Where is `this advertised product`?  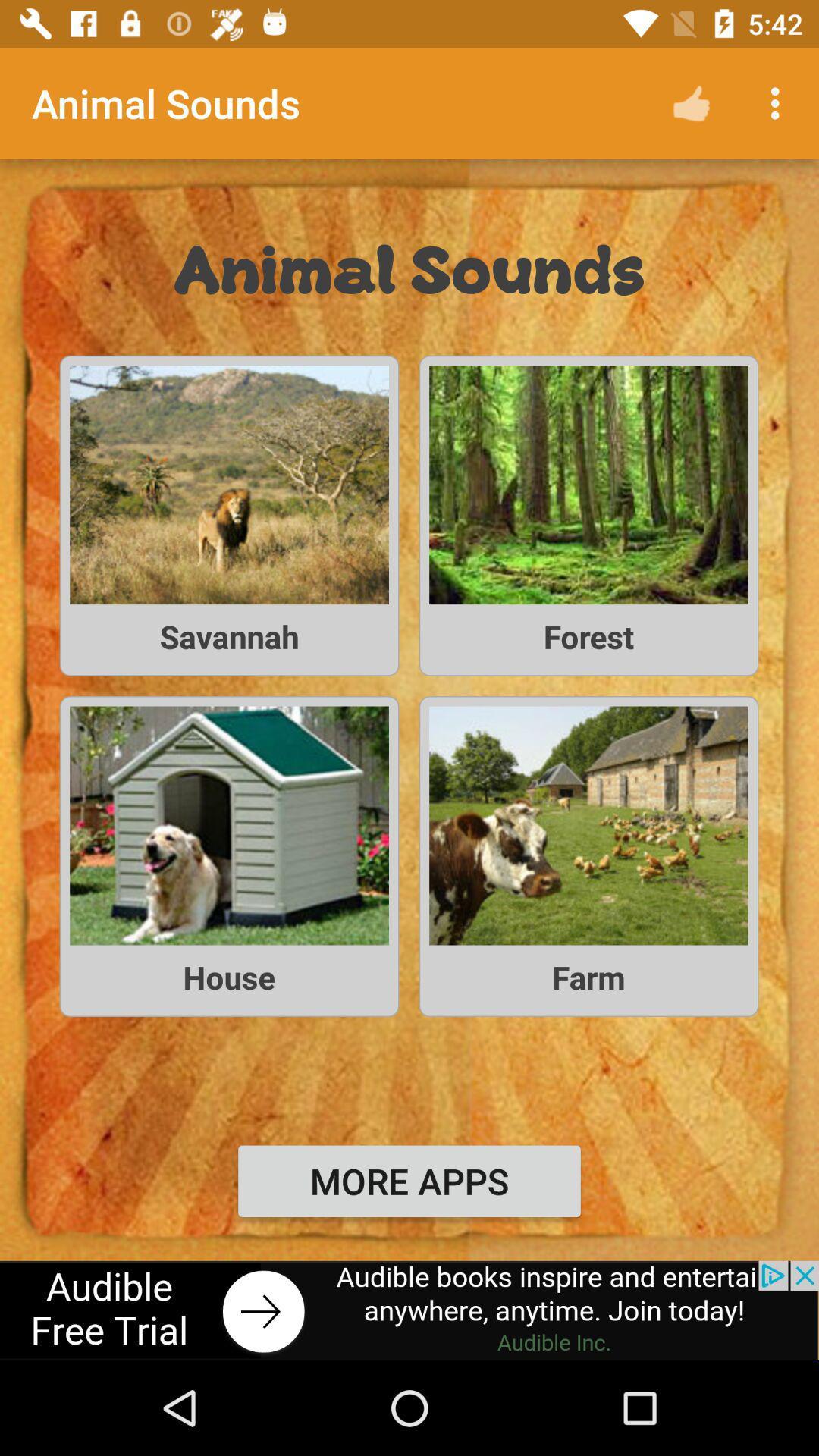
this advertised product is located at coordinates (409, 1310).